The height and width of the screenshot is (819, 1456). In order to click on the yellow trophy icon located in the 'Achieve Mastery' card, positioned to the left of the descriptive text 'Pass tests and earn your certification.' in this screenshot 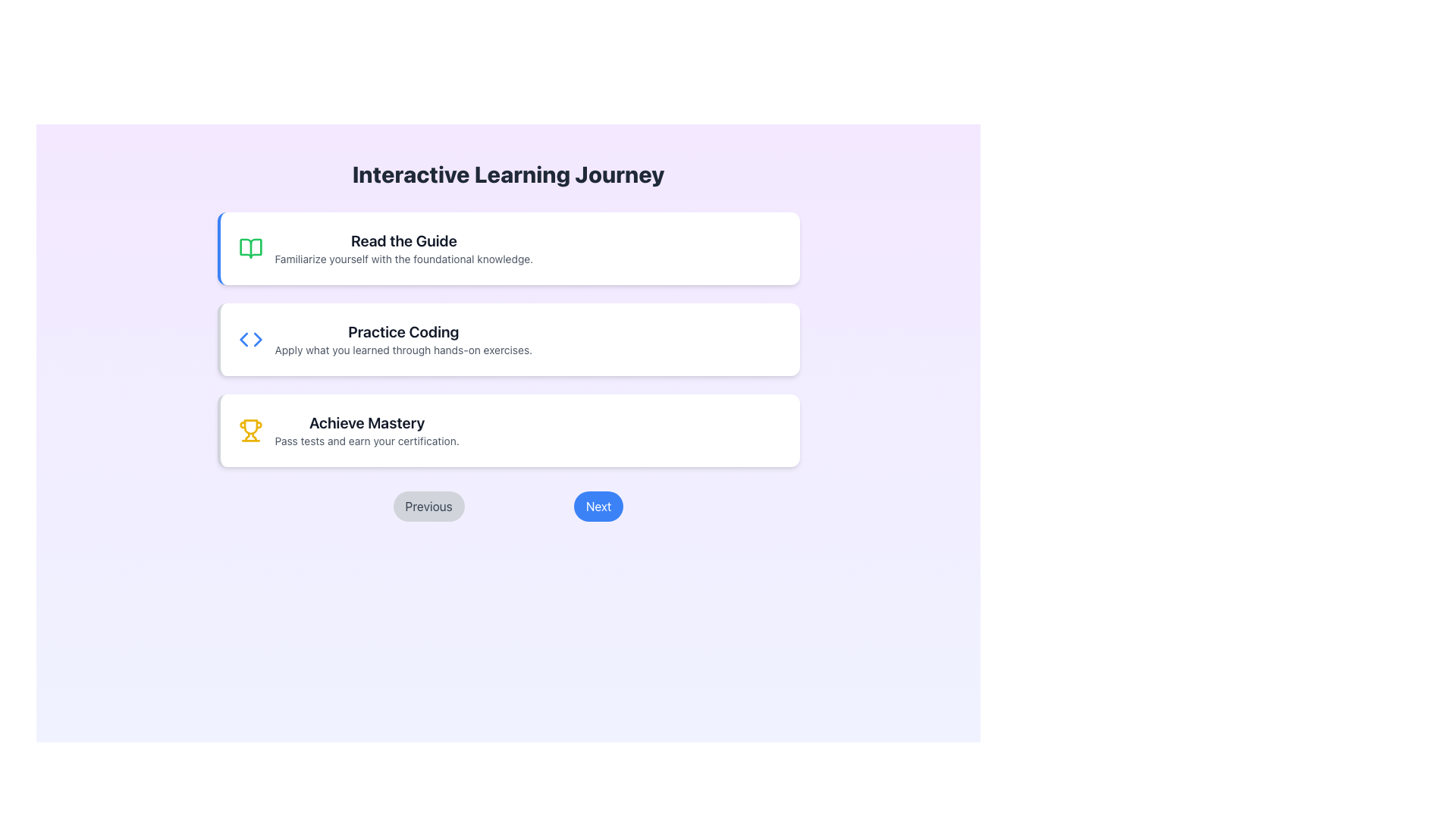, I will do `click(250, 430)`.